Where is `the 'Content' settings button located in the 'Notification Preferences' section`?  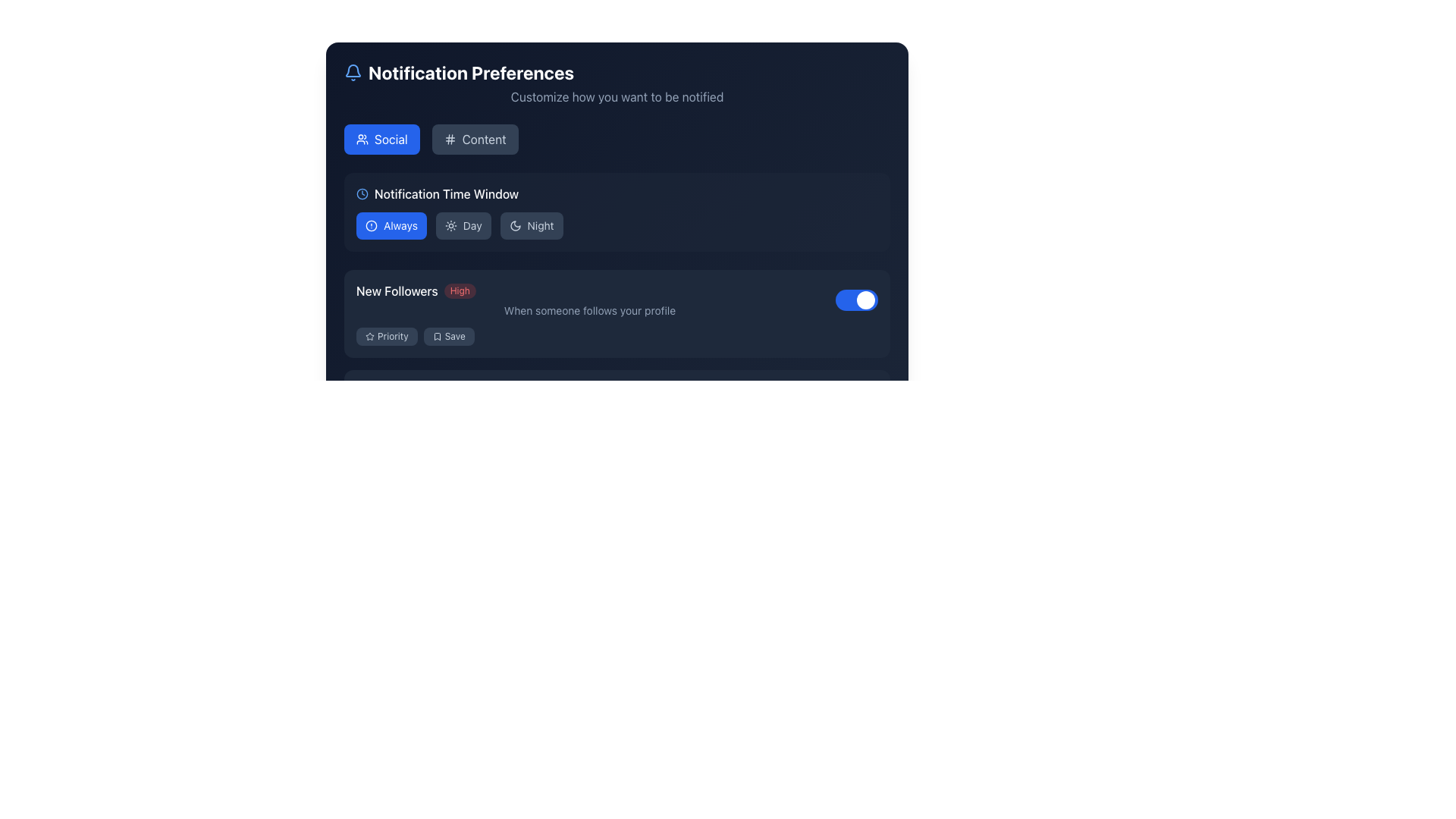
the 'Content' settings button located in the 'Notification Preferences' section is located at coordinates (474, 140).